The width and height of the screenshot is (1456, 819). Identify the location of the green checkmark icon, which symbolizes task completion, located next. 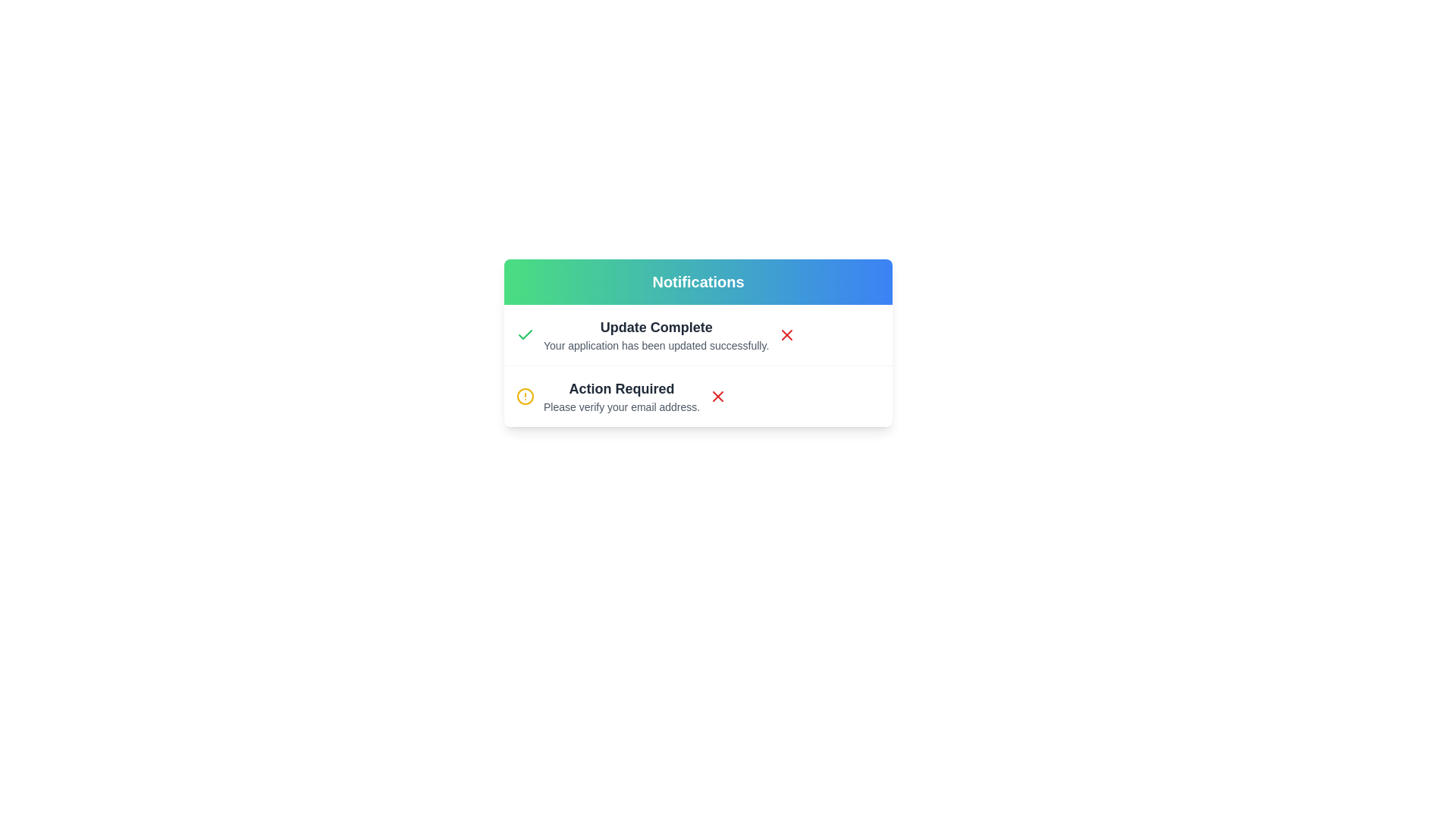
(525, 334).